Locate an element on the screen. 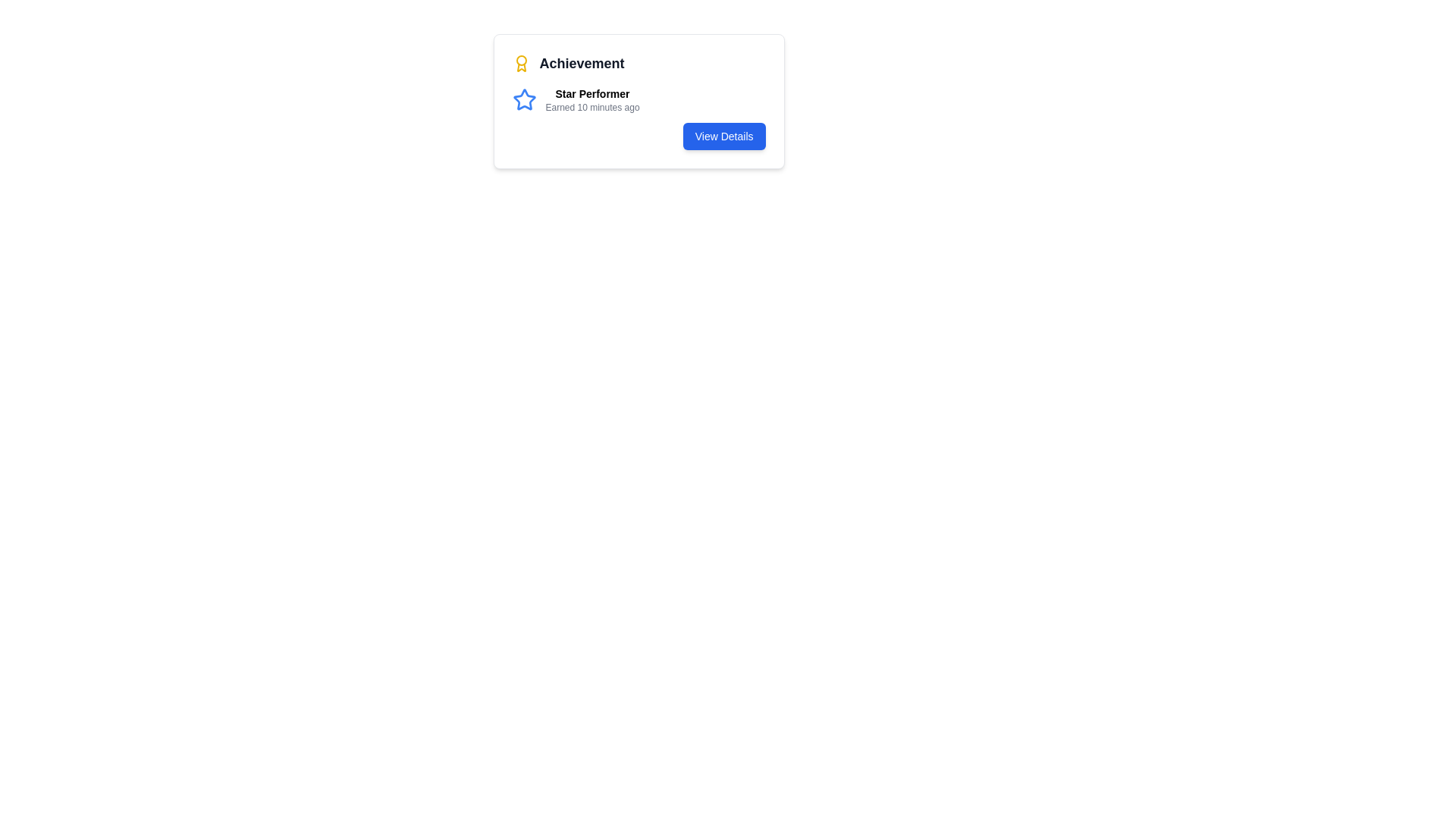  the 'Star Performer' icon located to the left of the 'Star Performer' text block in the 'Achievement' section is located at coordinates (524, 99).